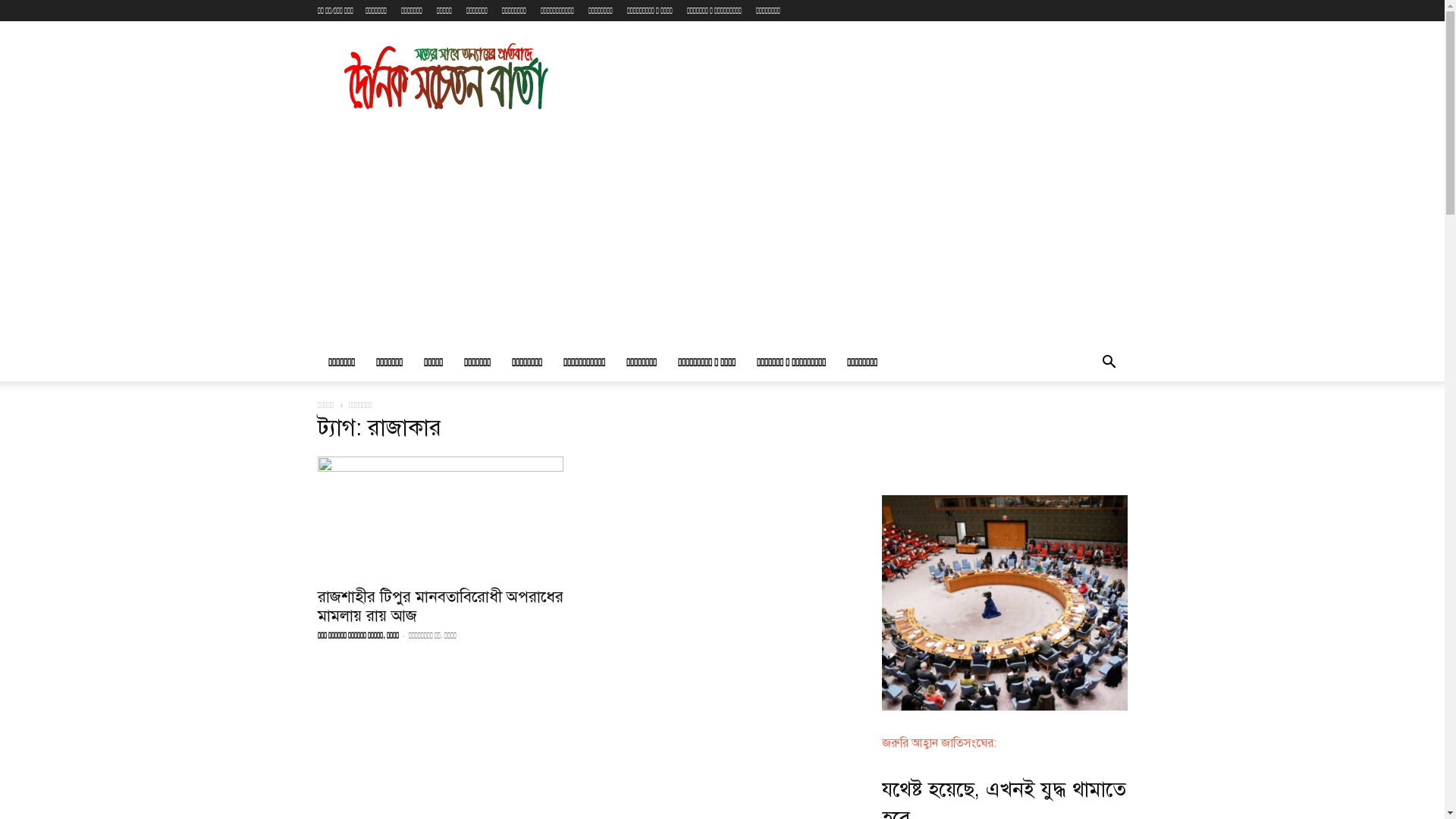 The width and height of the screenshot is (1456, 819). Describe the element at coordinates (720, 231) in the screenshot. I see `'Advertisement'` at that location.